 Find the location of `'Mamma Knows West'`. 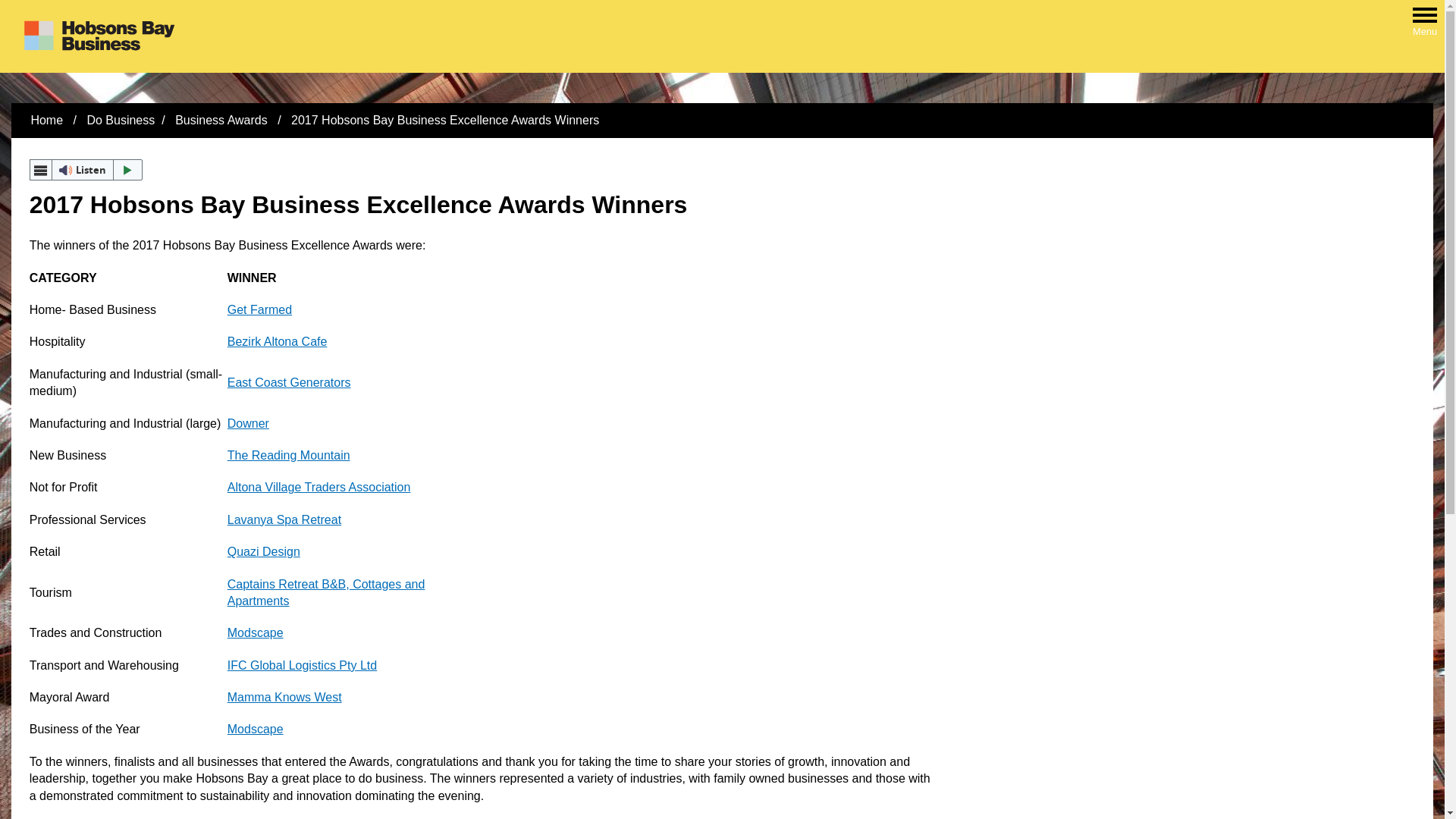

'Mamma Knows West' is located at coordinates (284, 697).